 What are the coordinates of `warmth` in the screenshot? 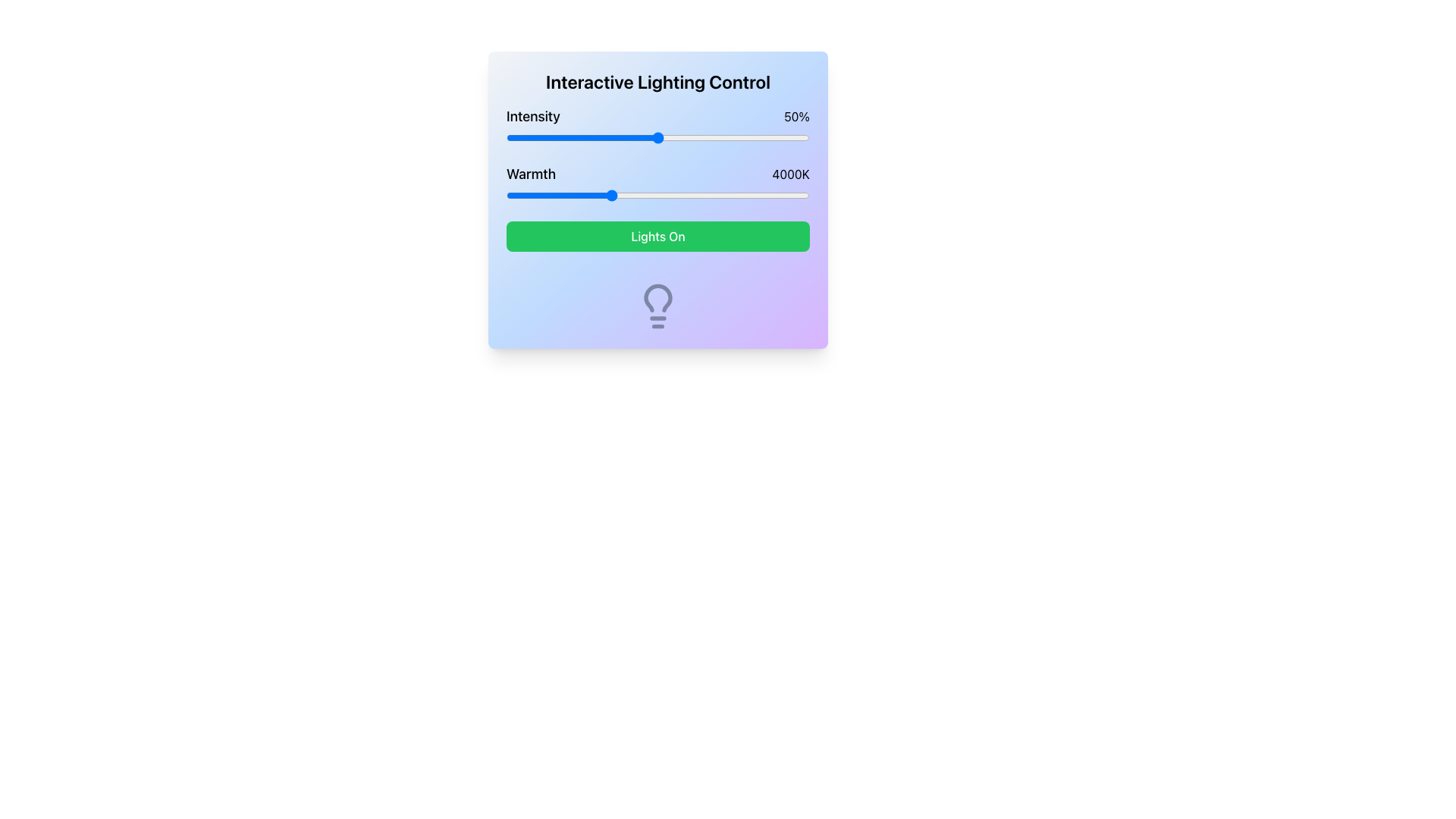 It's located at (613, 195).